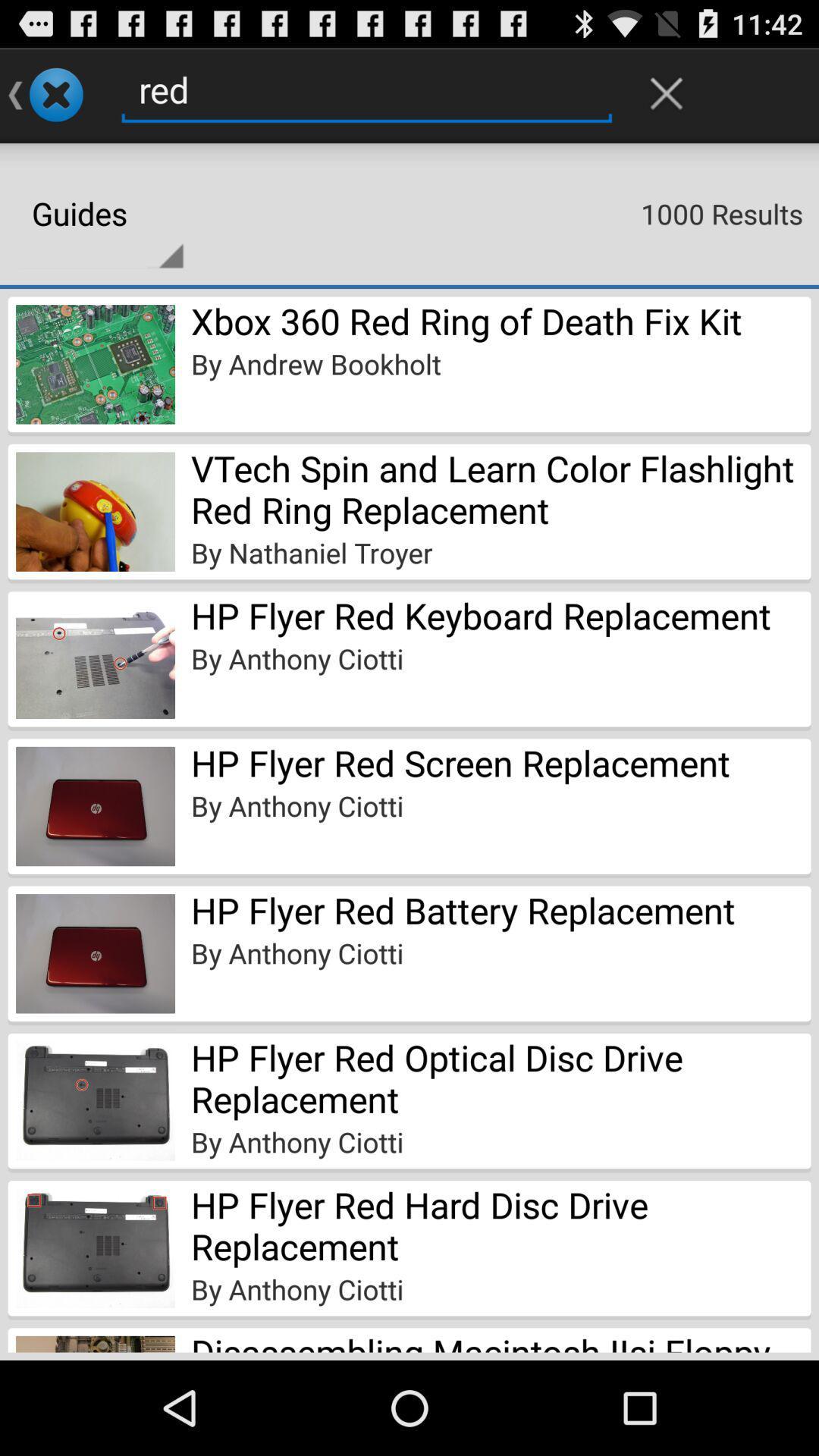 The height and width of the screenshot is (1456, 819). I want to click on app below by anthony ciotti icon, so click(500, 1340).